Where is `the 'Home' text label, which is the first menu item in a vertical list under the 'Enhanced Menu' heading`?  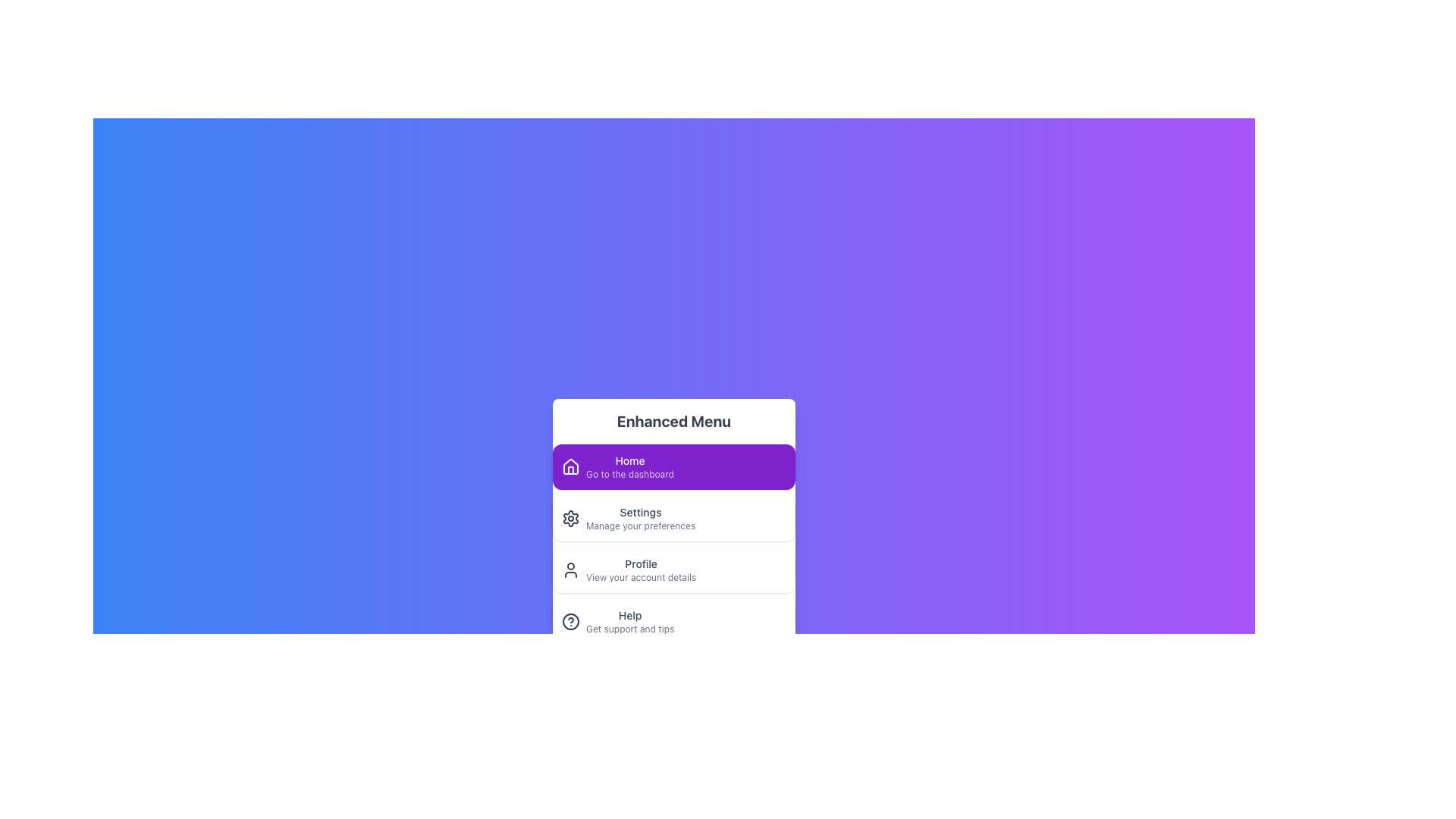
the 'Home' text label, which is the first menu item in a vertical list under the 'Enhanced Menu' heading is located at coordinates (629, 466).